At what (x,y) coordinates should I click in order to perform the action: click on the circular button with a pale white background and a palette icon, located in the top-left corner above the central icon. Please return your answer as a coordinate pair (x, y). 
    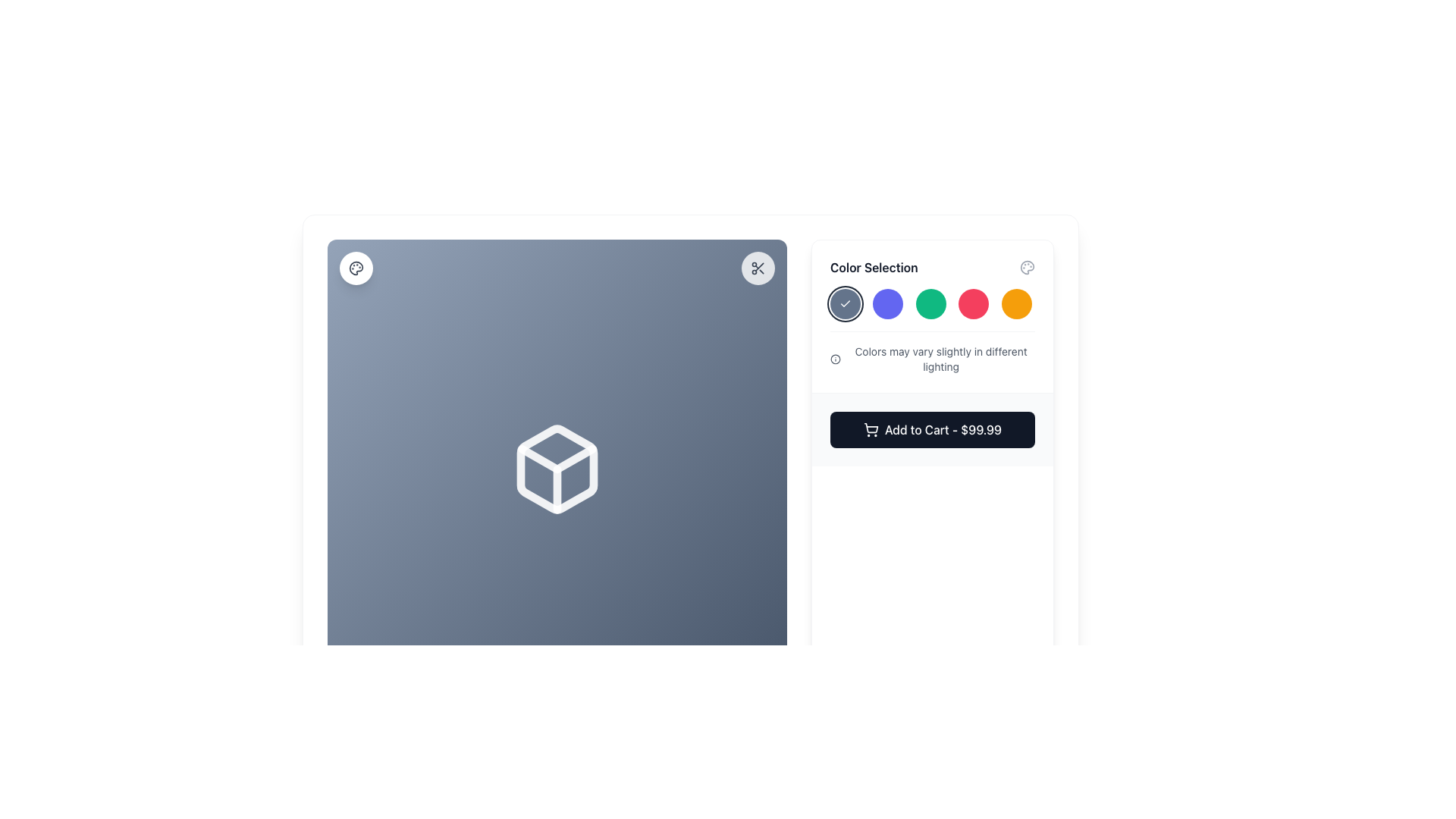
    Looking at the image, I should click on (356, 268).